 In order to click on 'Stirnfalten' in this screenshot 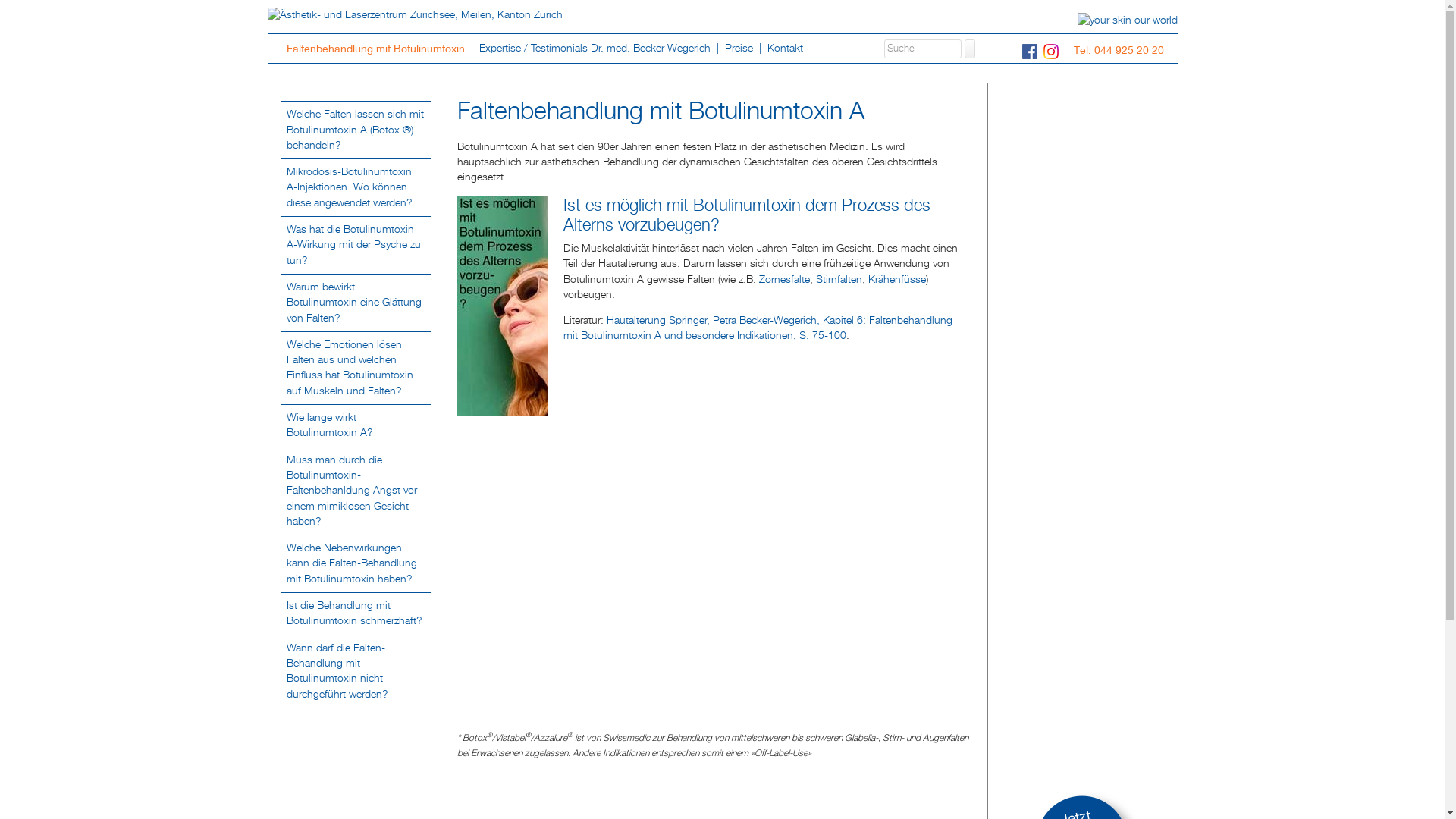, I will do `click(814, 280)`.